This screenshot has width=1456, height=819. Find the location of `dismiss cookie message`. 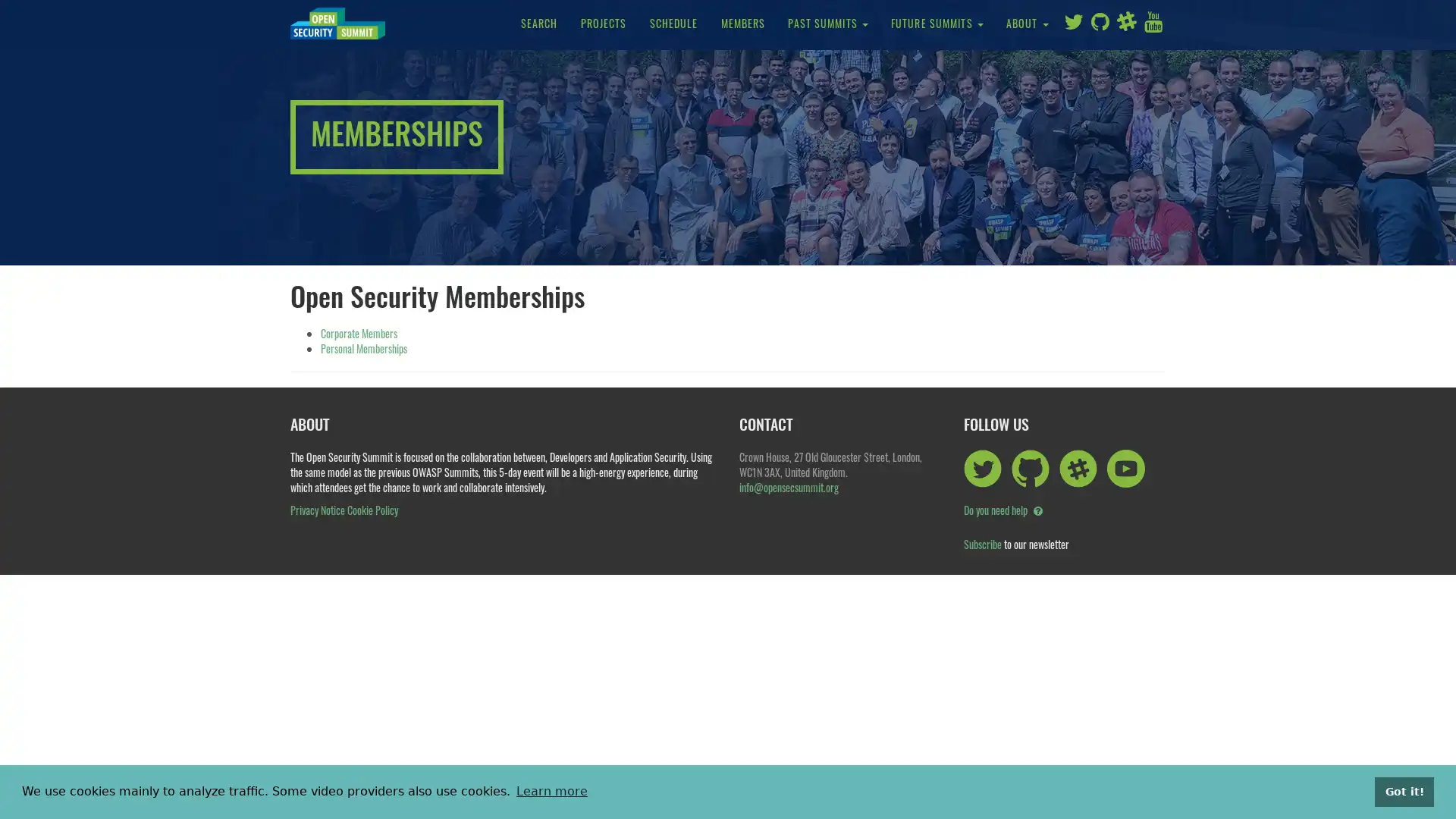

dismiss cookie message is located at coordinates (1404, 791).